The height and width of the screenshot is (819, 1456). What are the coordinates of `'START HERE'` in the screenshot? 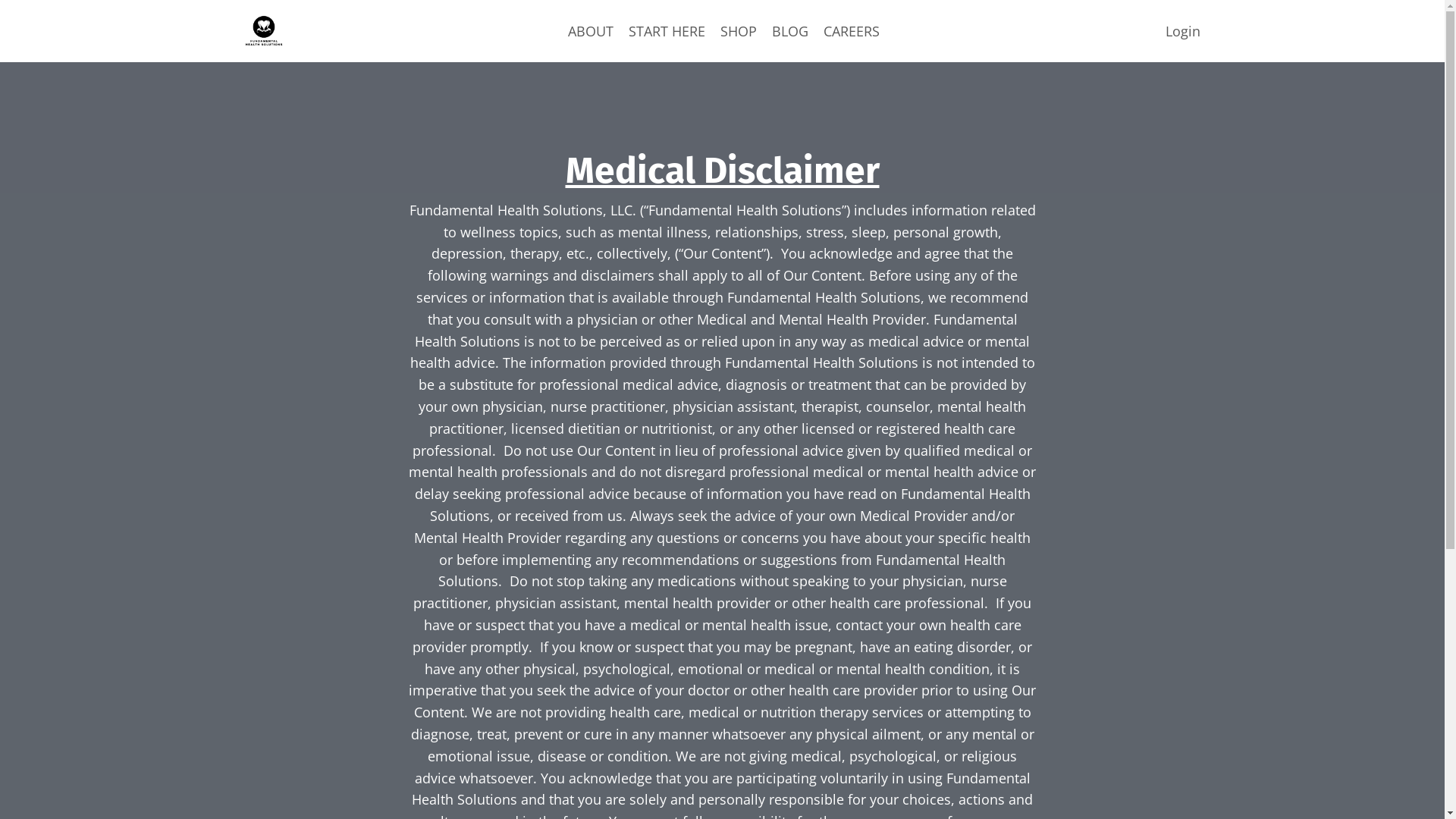 It's located at (629, 31).